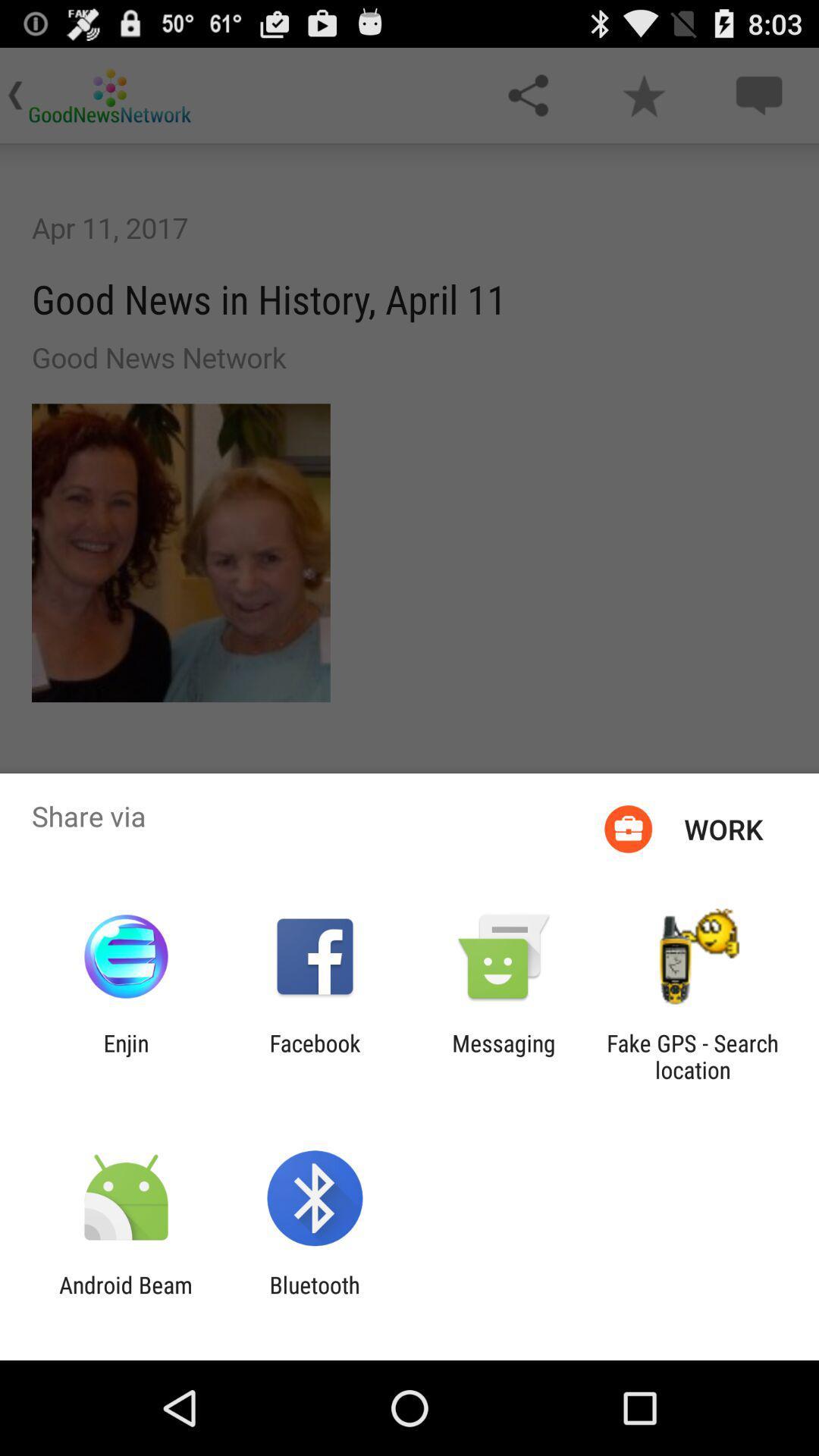  What do you see at coordinates (504, 1056) in the screenshot?
I see `the app next to the fake gps search` at bounding box center [504, 1056].